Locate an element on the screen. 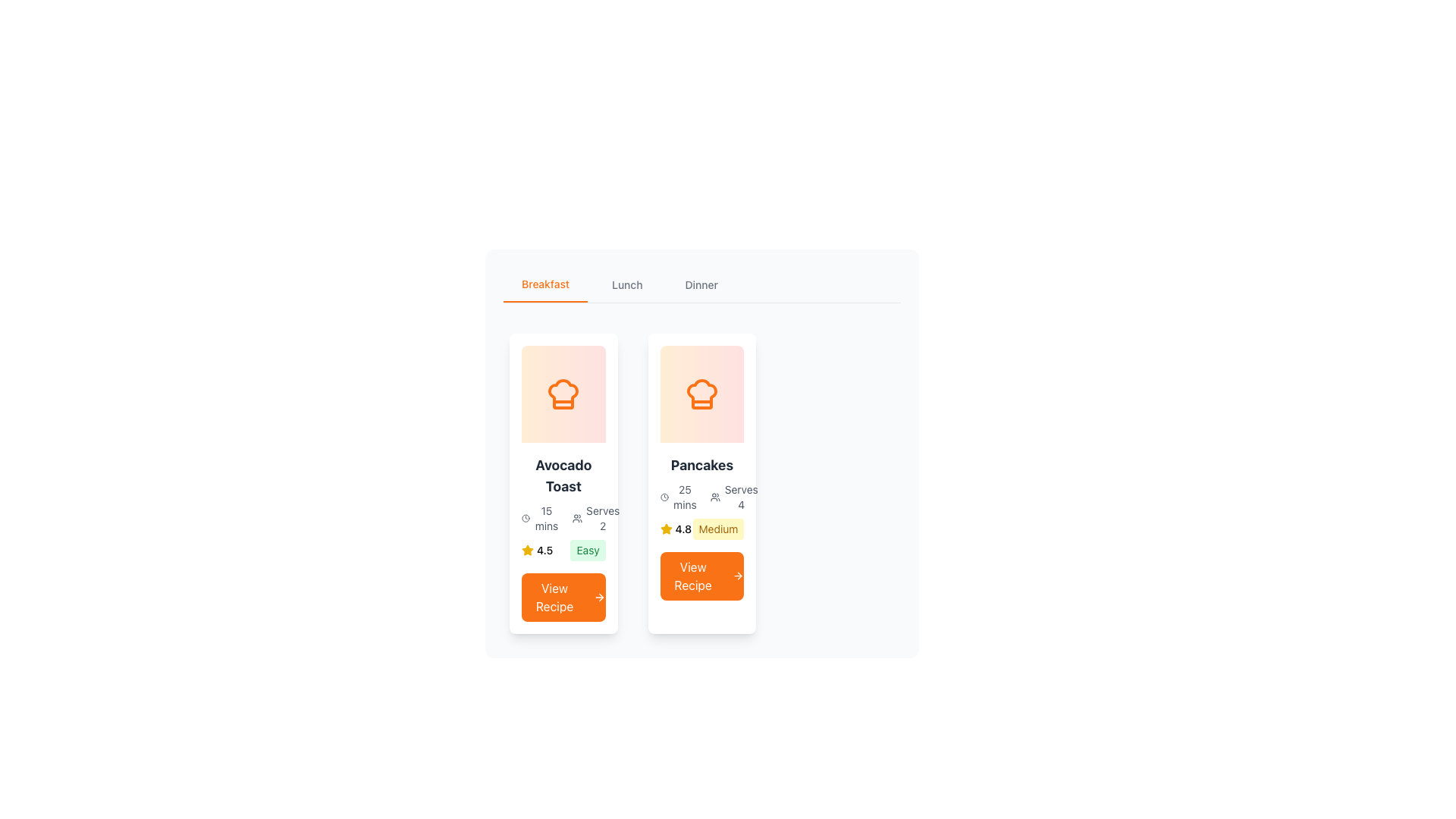 This screenshot has width=1456, height=819. star icon with a yellow fill and black outline located in the 'Pancakes' card, positioned below the rating text and above the difficulty label is located at coordinates (528, 550).